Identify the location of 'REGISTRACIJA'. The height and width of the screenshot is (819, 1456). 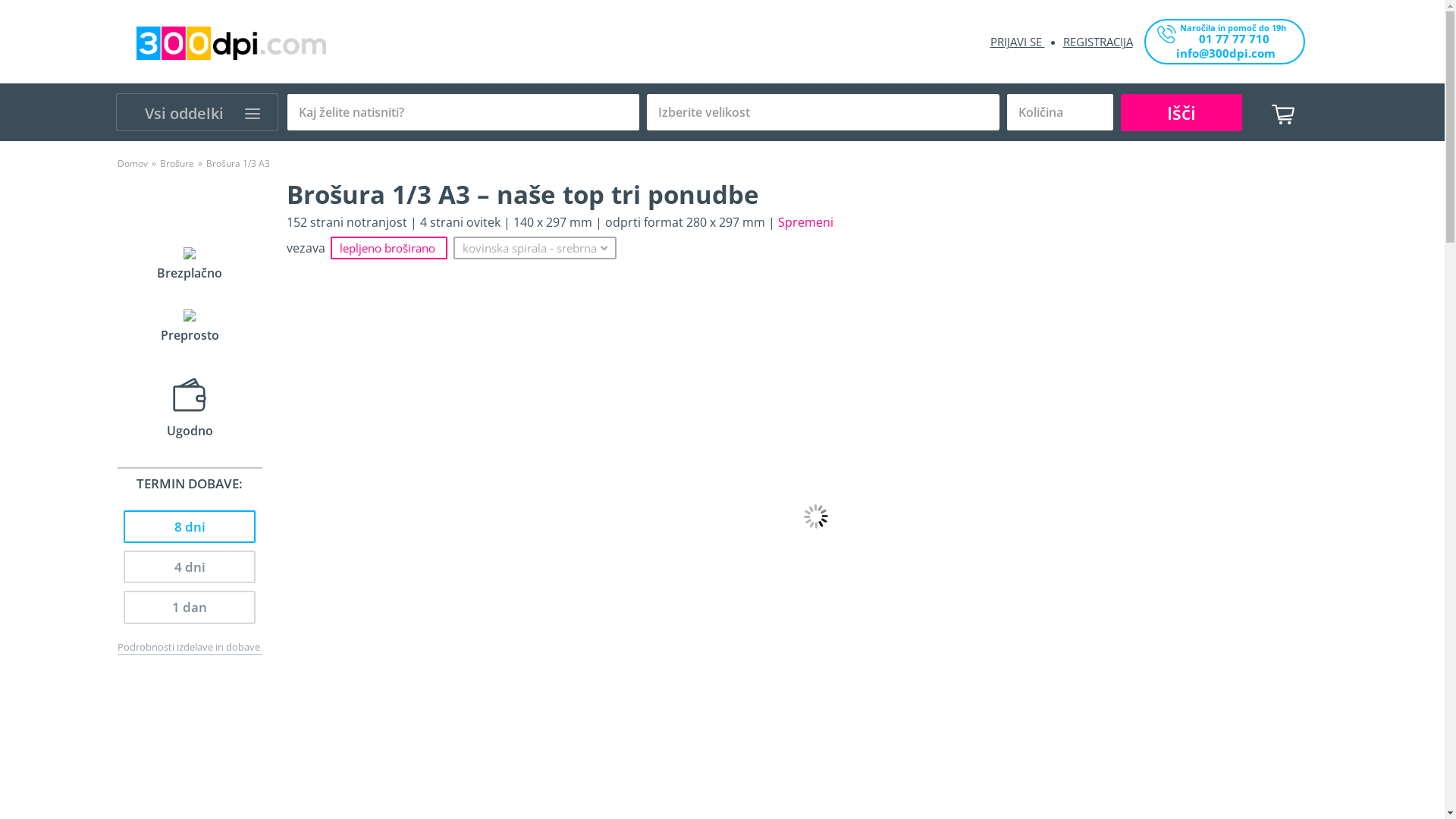
(1098, 40).